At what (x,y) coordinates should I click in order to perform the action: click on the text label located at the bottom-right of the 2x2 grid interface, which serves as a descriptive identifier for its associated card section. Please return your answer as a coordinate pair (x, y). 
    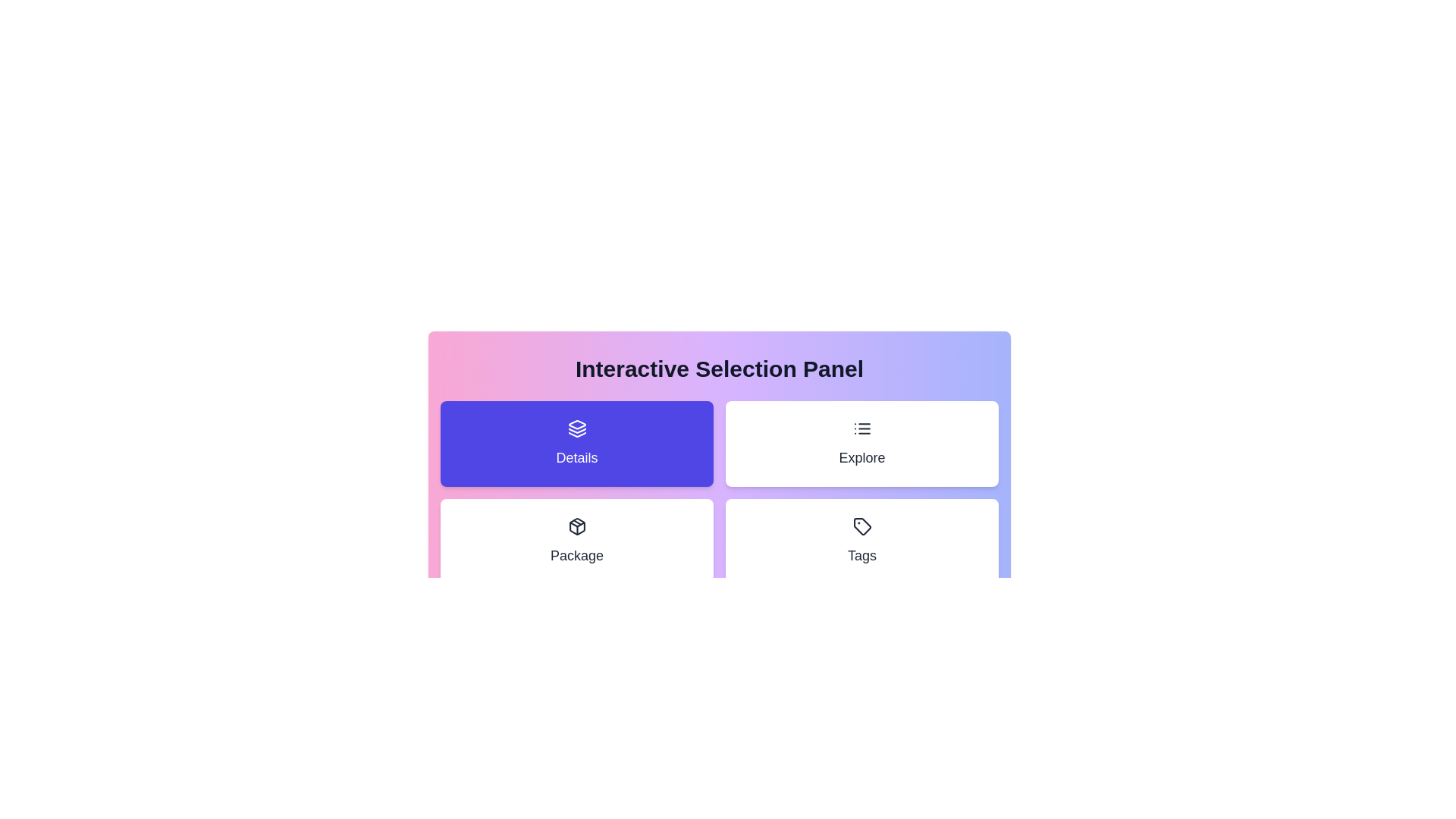
    Looking at the image, I should click on (862, 555).